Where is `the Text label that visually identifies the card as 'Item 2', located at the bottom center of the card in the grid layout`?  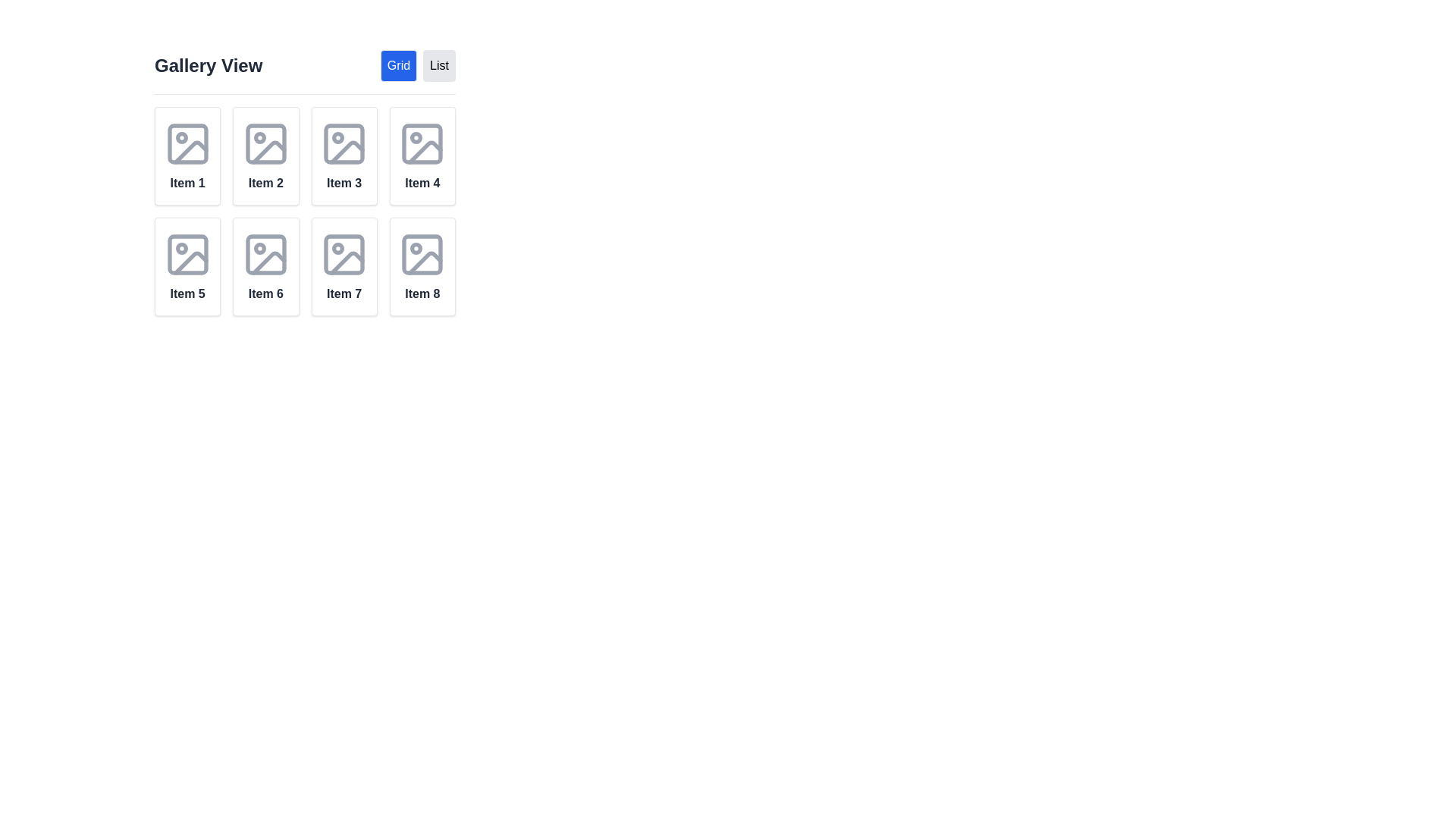 the Text label that visually identifies the card as 'Item 2', located at the bottom center of the card in the grid layout is located at coordinates (265, 183).